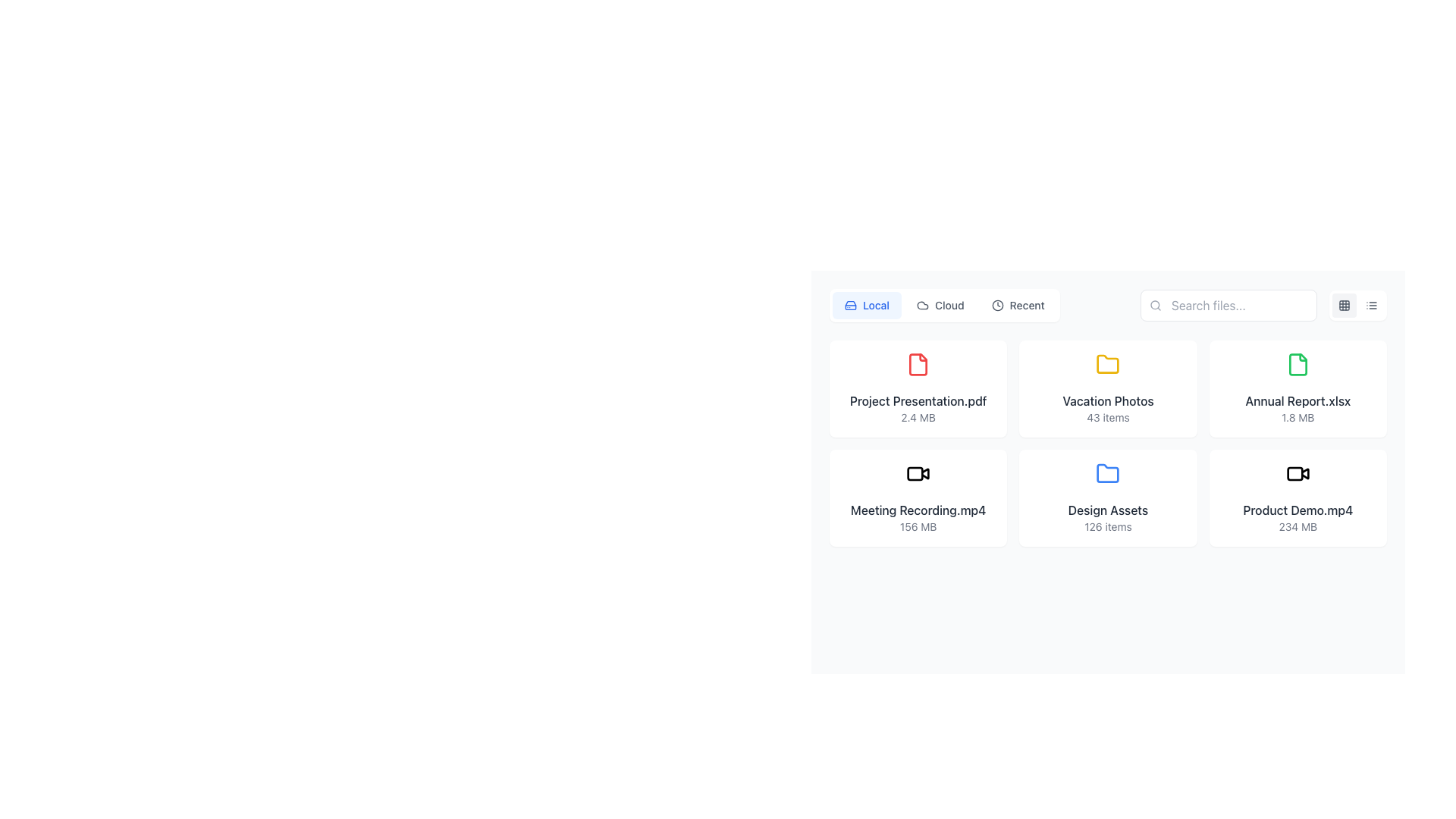 This screenshot has height=819, width=1456. What do you see at coordinates (1108, 497) in the screenshot?
I see `the 'Design Assets' card, which is a rectangular button with a blue folder icon, bold title 'Design Assets', and smaller text '126 items', located in the second column of the second row in a six-card grid layout` at bounding box center [1108, 497].